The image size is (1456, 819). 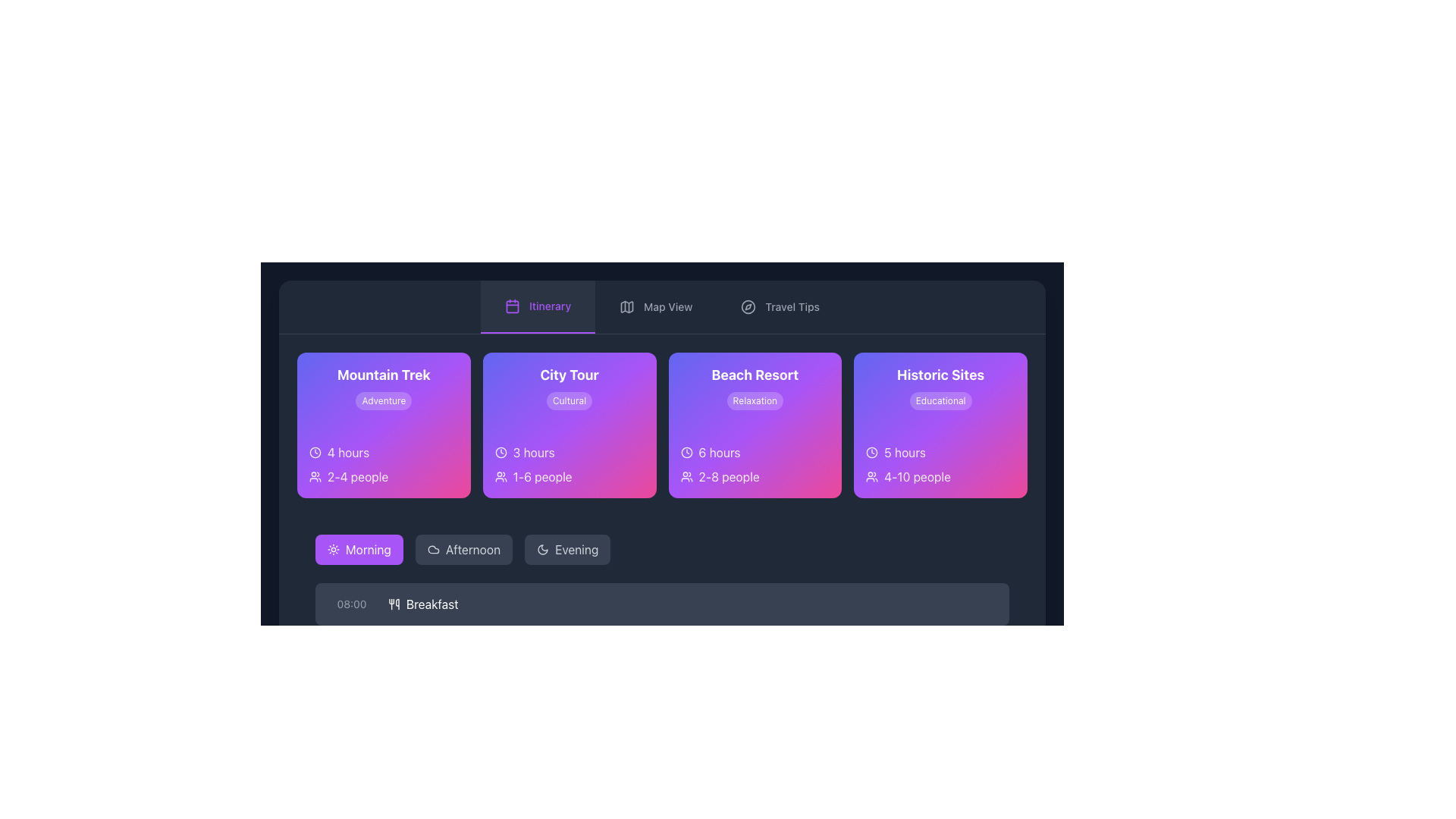 I want to click on the compass icon representing navigation or exploration located to the left of the 'Travel Tips' text in the upper navigation panel, so click(x=748, y=307).